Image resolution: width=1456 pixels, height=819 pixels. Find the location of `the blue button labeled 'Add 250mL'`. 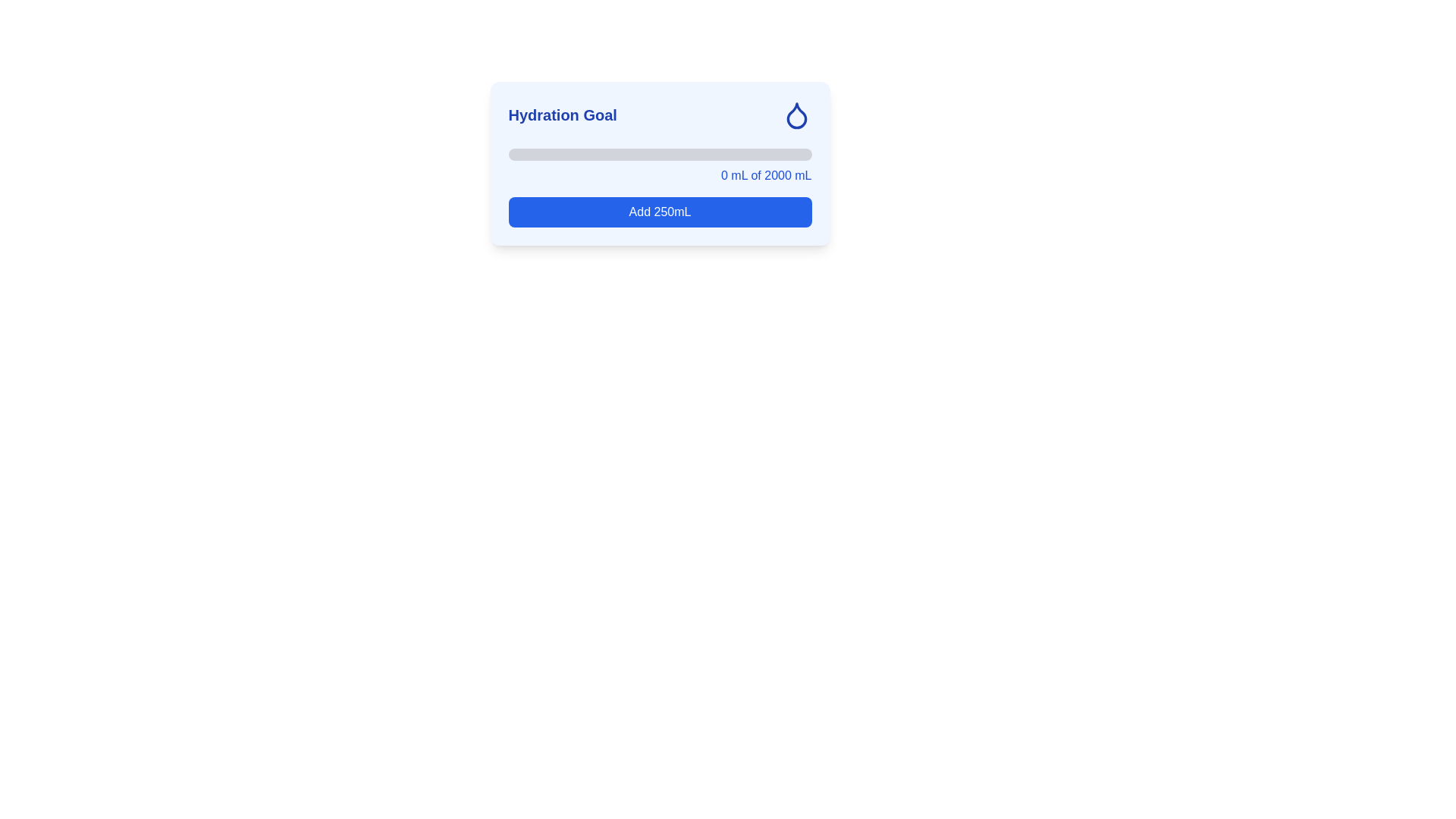

the blue button labeled 'Add 250mL' is located at coordinates (660, 212).